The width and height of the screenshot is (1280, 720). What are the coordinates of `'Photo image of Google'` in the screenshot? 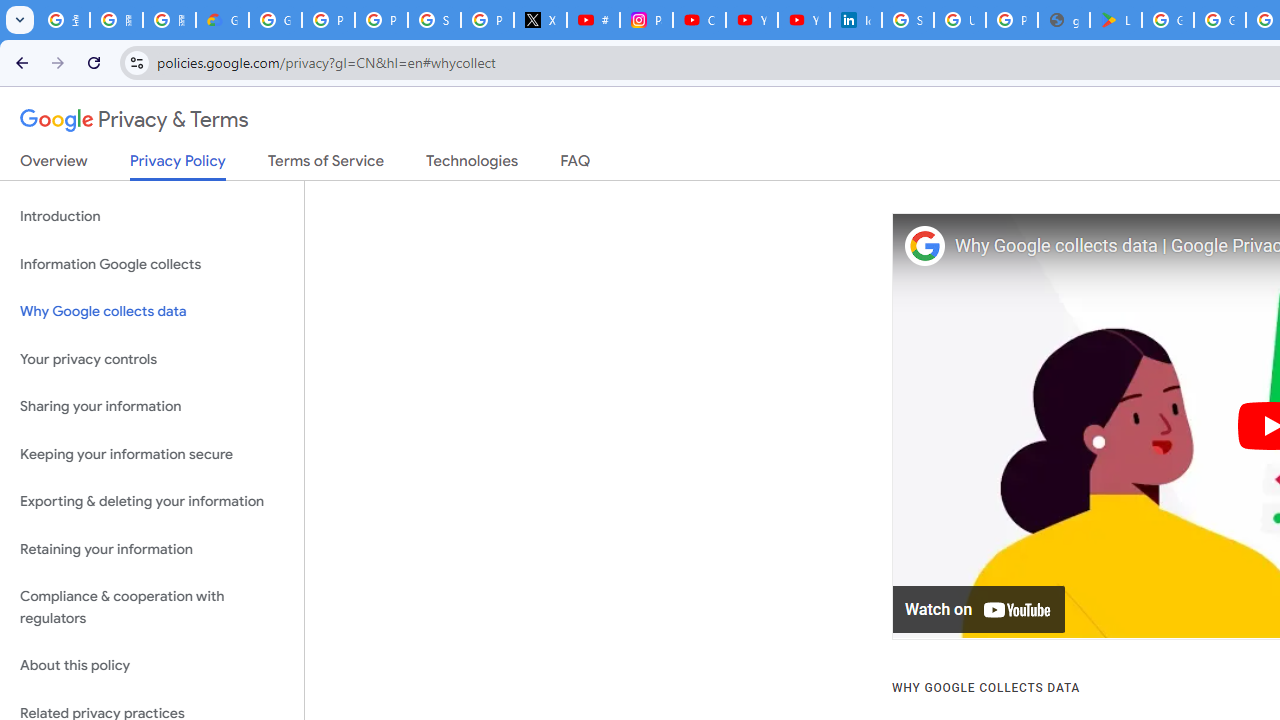 It's located at (923, 245).